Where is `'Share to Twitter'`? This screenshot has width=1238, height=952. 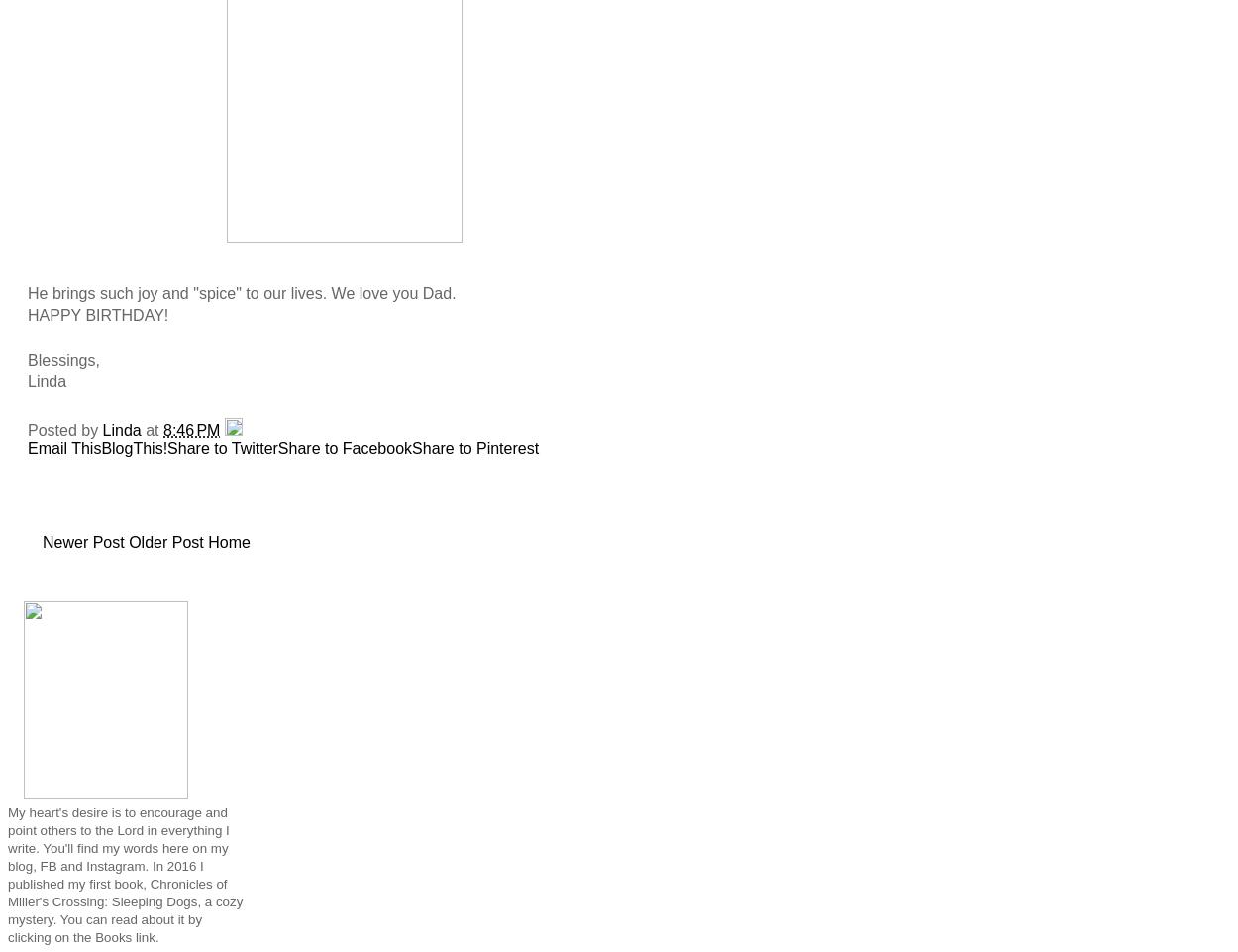
'Share to Twitter' is located at coordinates (166, 446).